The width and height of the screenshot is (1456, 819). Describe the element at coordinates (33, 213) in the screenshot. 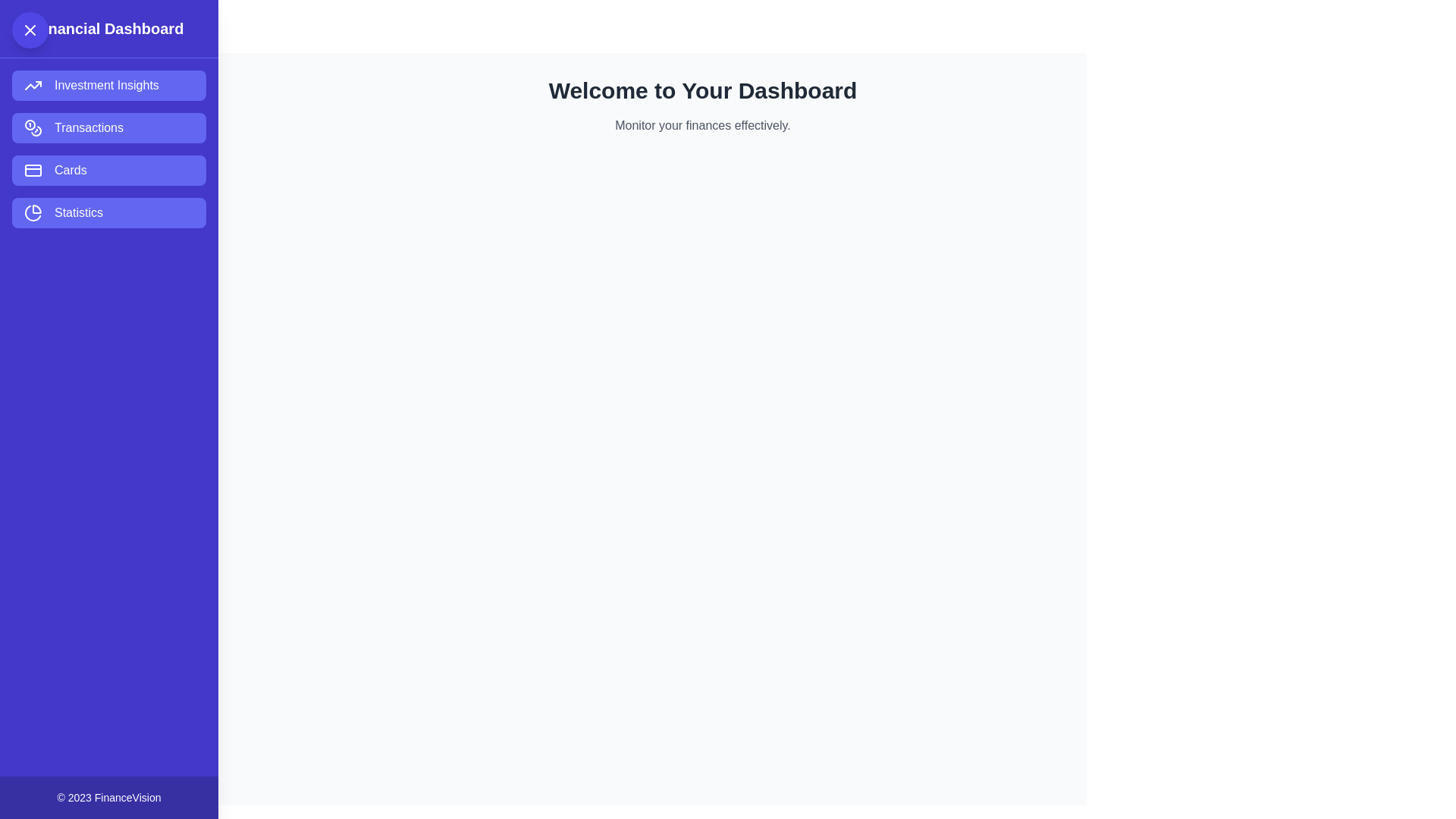

I see `the 'Statistics' icon in the navigation panel, which is the fourth option in the menu, located to the left of the accompanying label text` at that location.